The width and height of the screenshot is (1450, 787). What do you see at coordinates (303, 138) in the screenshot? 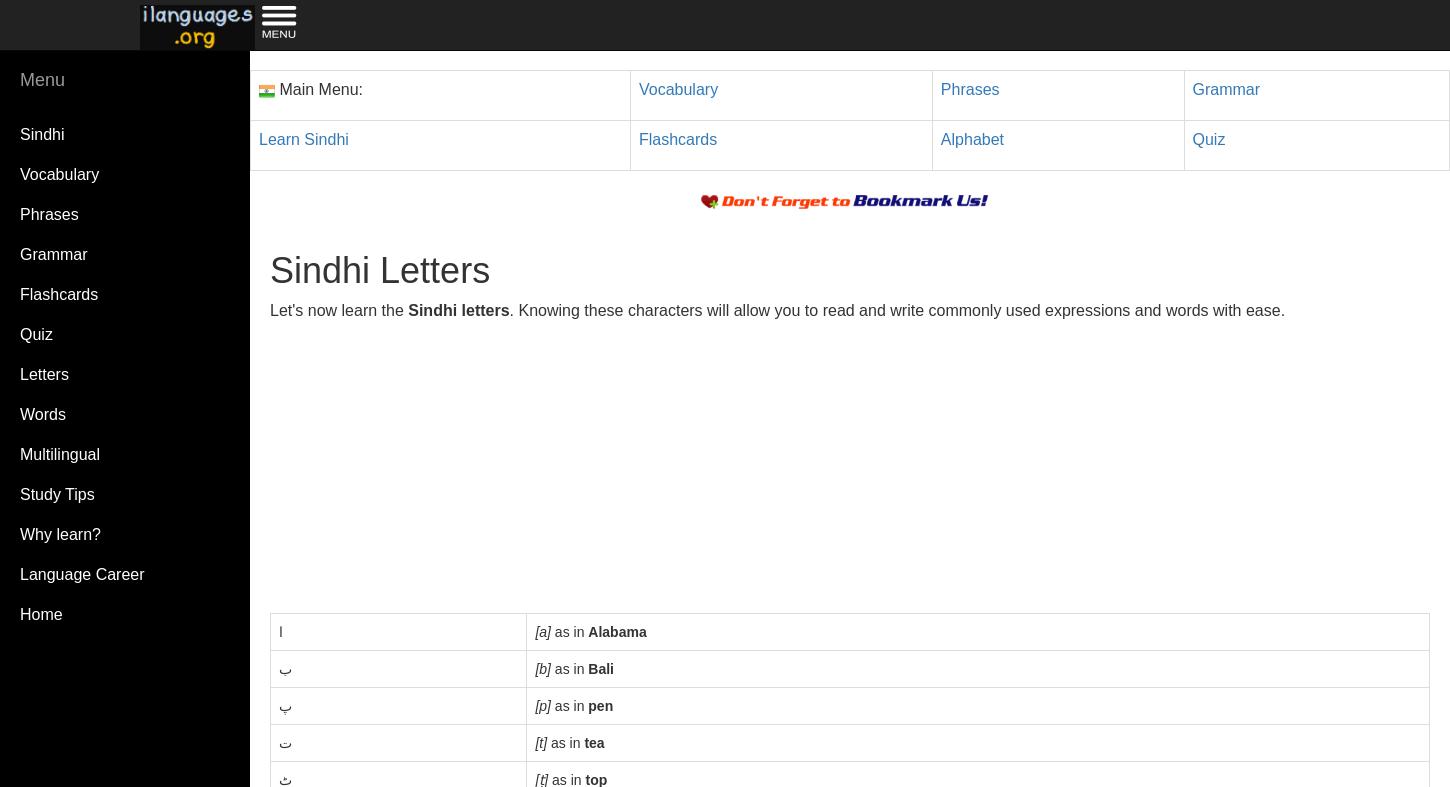
I see `'Learn Sindhi'` at bounding box center [303, 138].